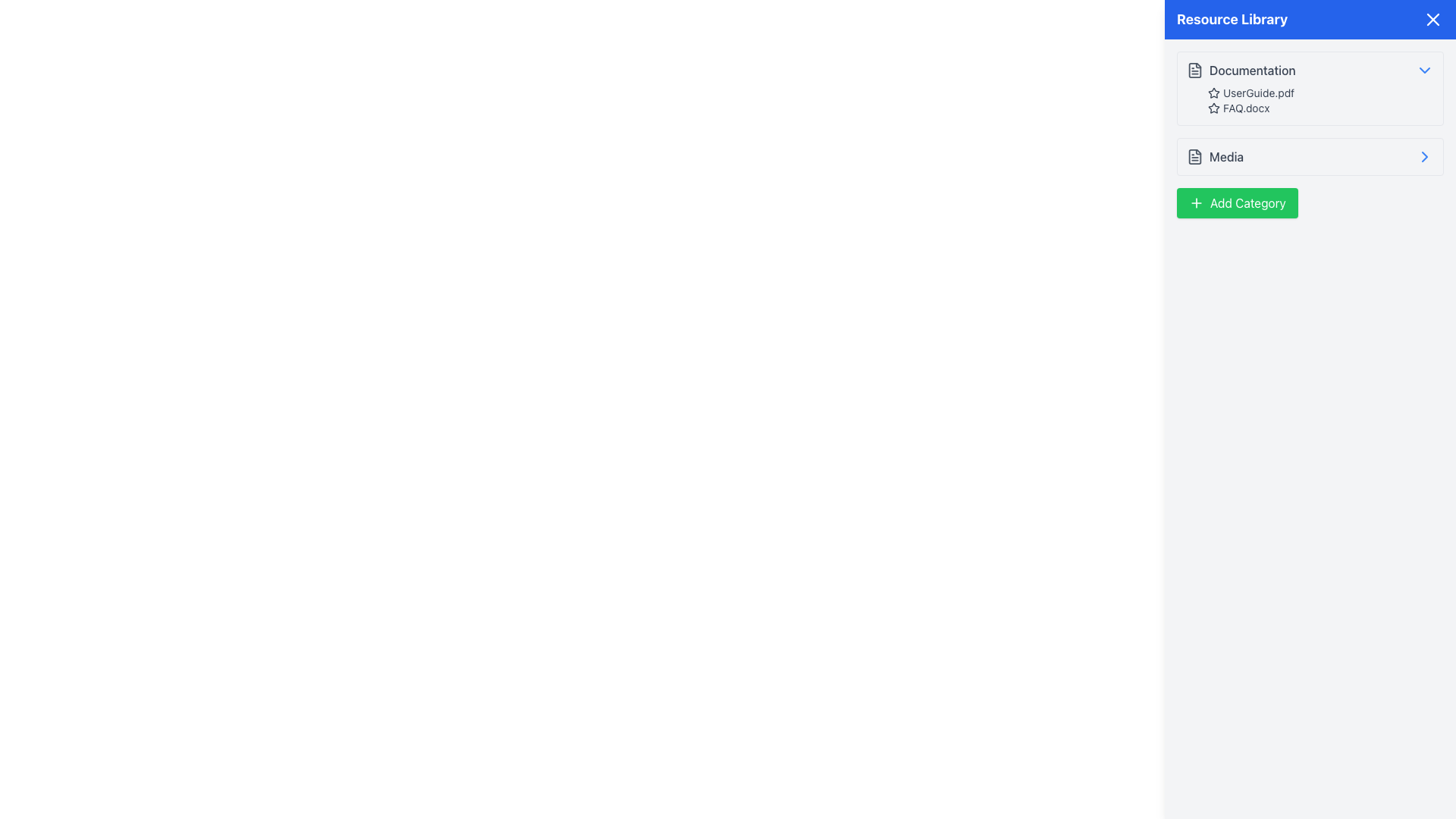 The width and height of the screenshot is (1456, 819). What do you see at coordinates (1423, 157) in the screenshot?
I see `the right-pointing chevron icon within the 'Media' section of the 'Resource Library' panel to interact with it` at bounding box center [1423, 157].